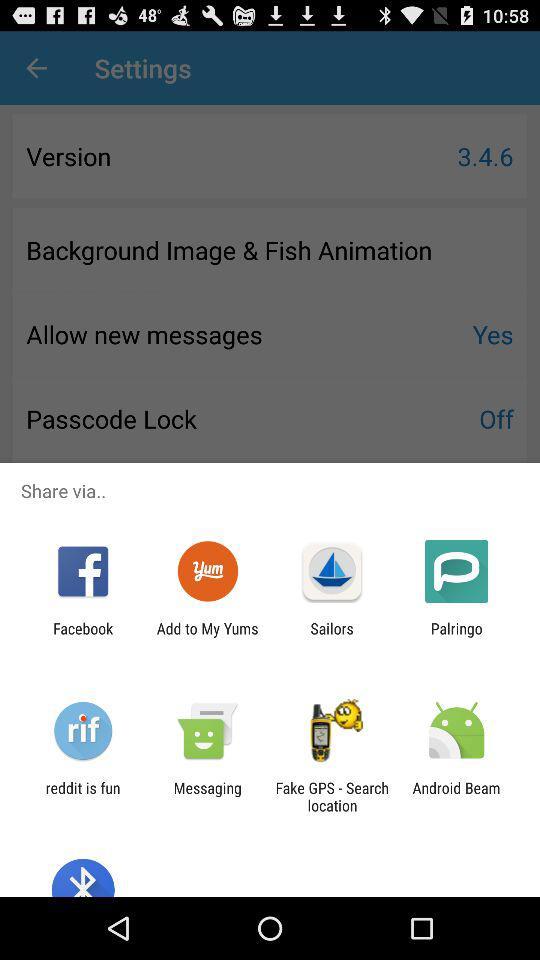 Image resolution: width=540 pixels, height=960 pixels. Describe the element at coordinates (332, 636) in the screenshot. I see `the item next to the add to my` at that location.